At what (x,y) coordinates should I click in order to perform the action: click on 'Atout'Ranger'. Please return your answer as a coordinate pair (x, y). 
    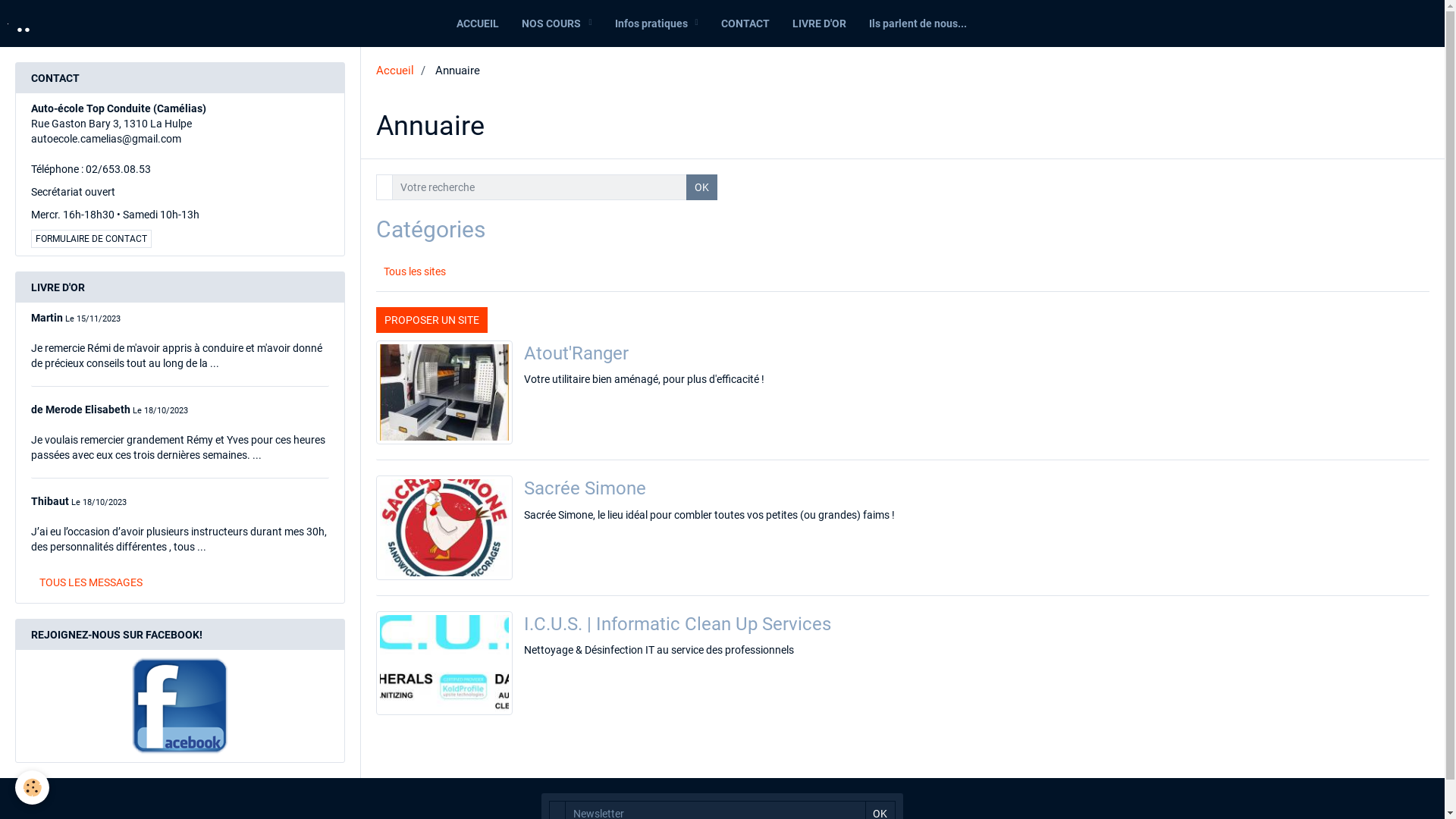
    Looking at the image, I should click on (575, 353).